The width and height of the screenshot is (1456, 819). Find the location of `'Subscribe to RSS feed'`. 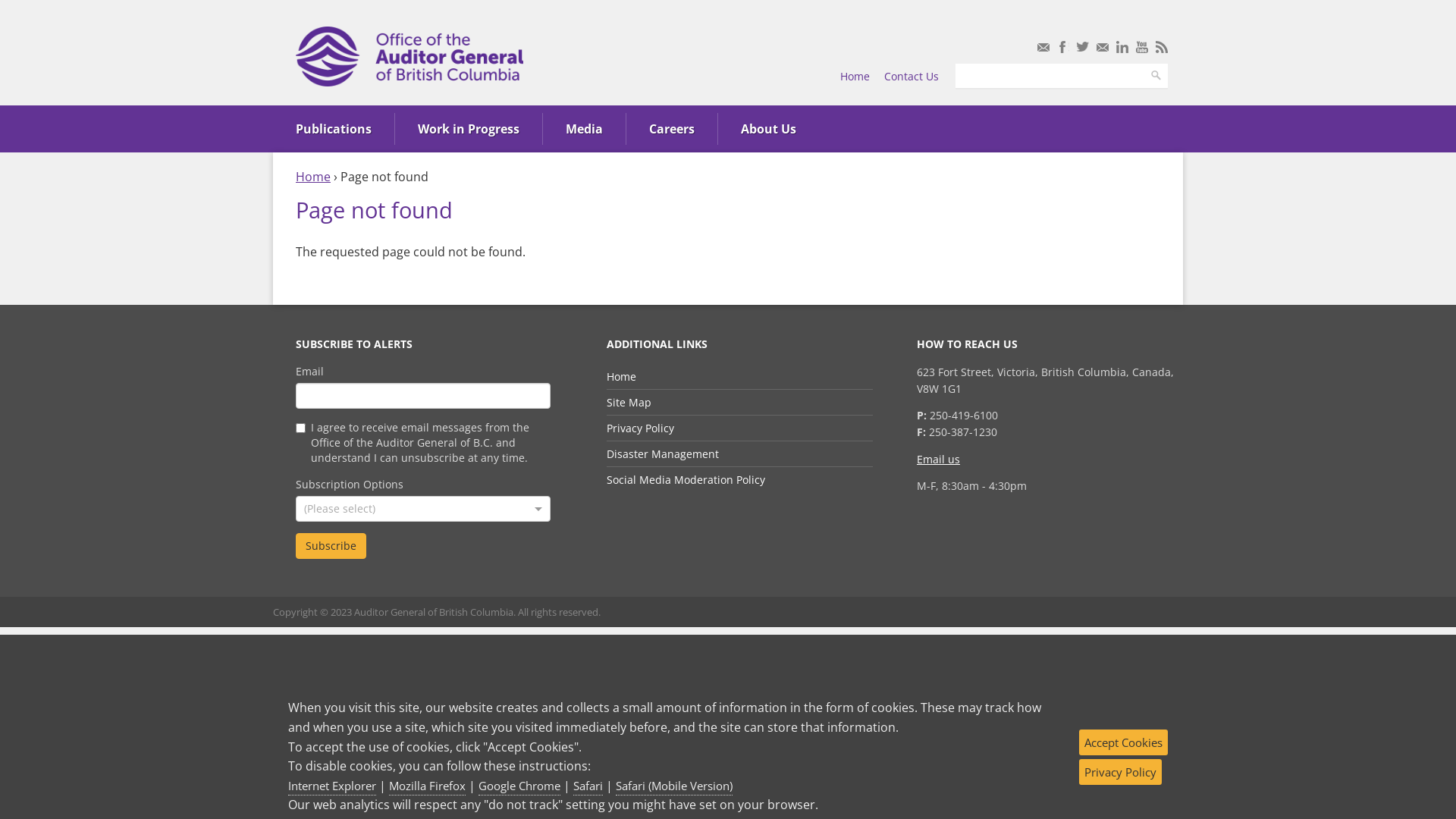

'Subscribe to RSS feed' is located at coordinates (1160, 45).